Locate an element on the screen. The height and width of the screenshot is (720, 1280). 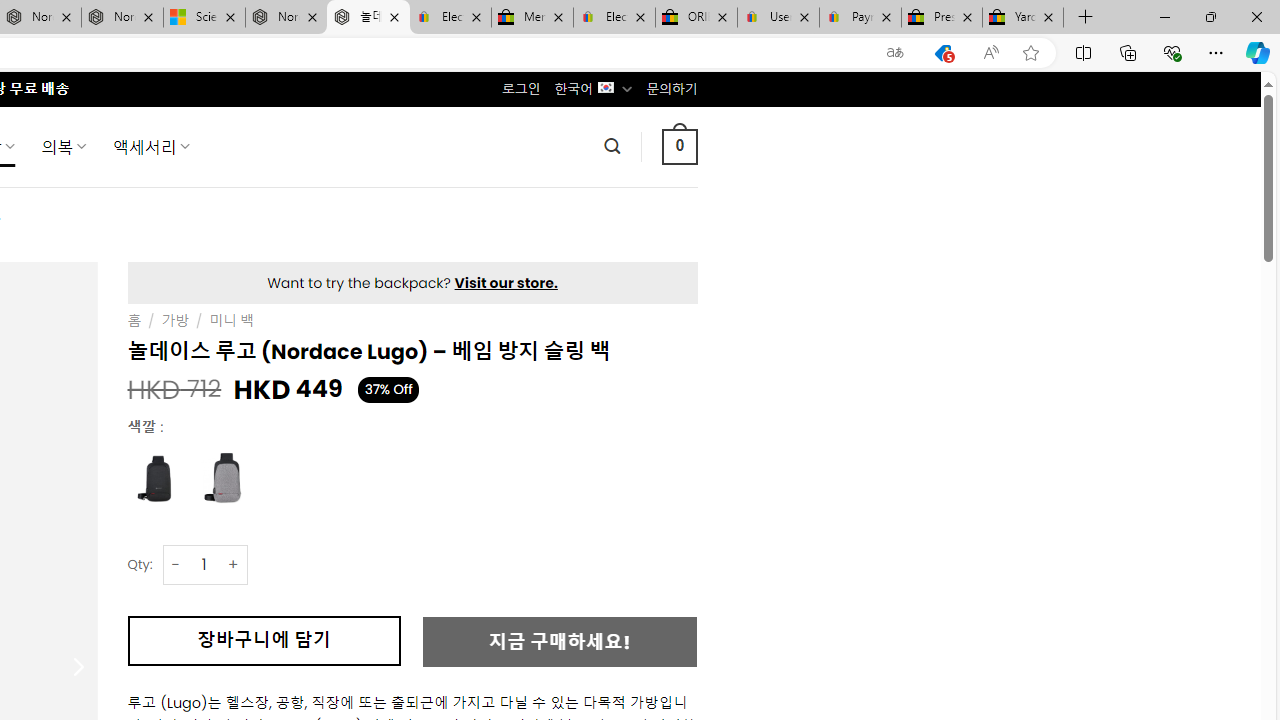
'You have the best price!' is located at coordinates (942, 52).